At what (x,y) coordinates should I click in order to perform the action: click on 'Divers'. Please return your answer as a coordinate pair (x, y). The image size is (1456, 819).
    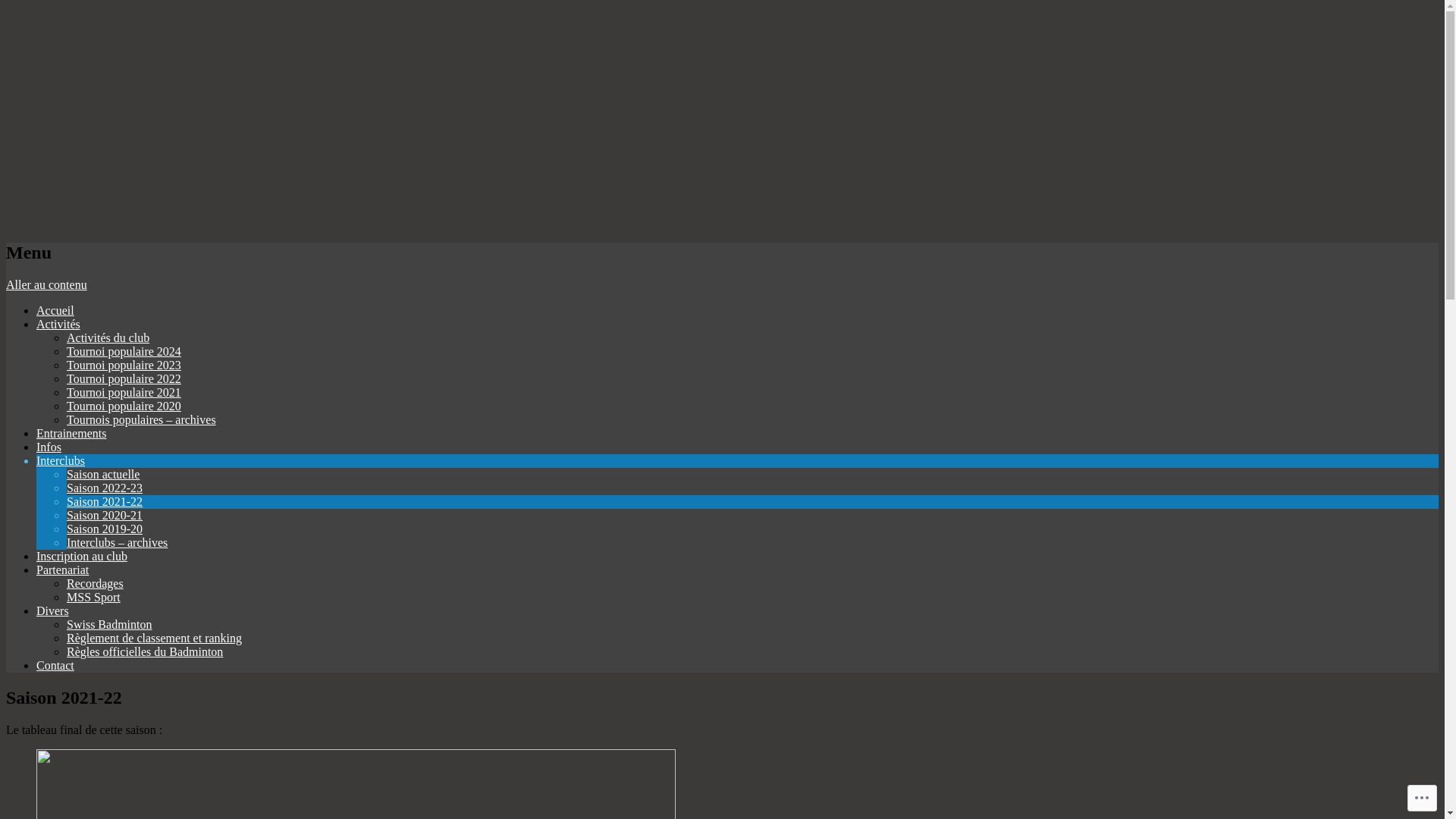
    Looking at the image, I should click on (52, 610).